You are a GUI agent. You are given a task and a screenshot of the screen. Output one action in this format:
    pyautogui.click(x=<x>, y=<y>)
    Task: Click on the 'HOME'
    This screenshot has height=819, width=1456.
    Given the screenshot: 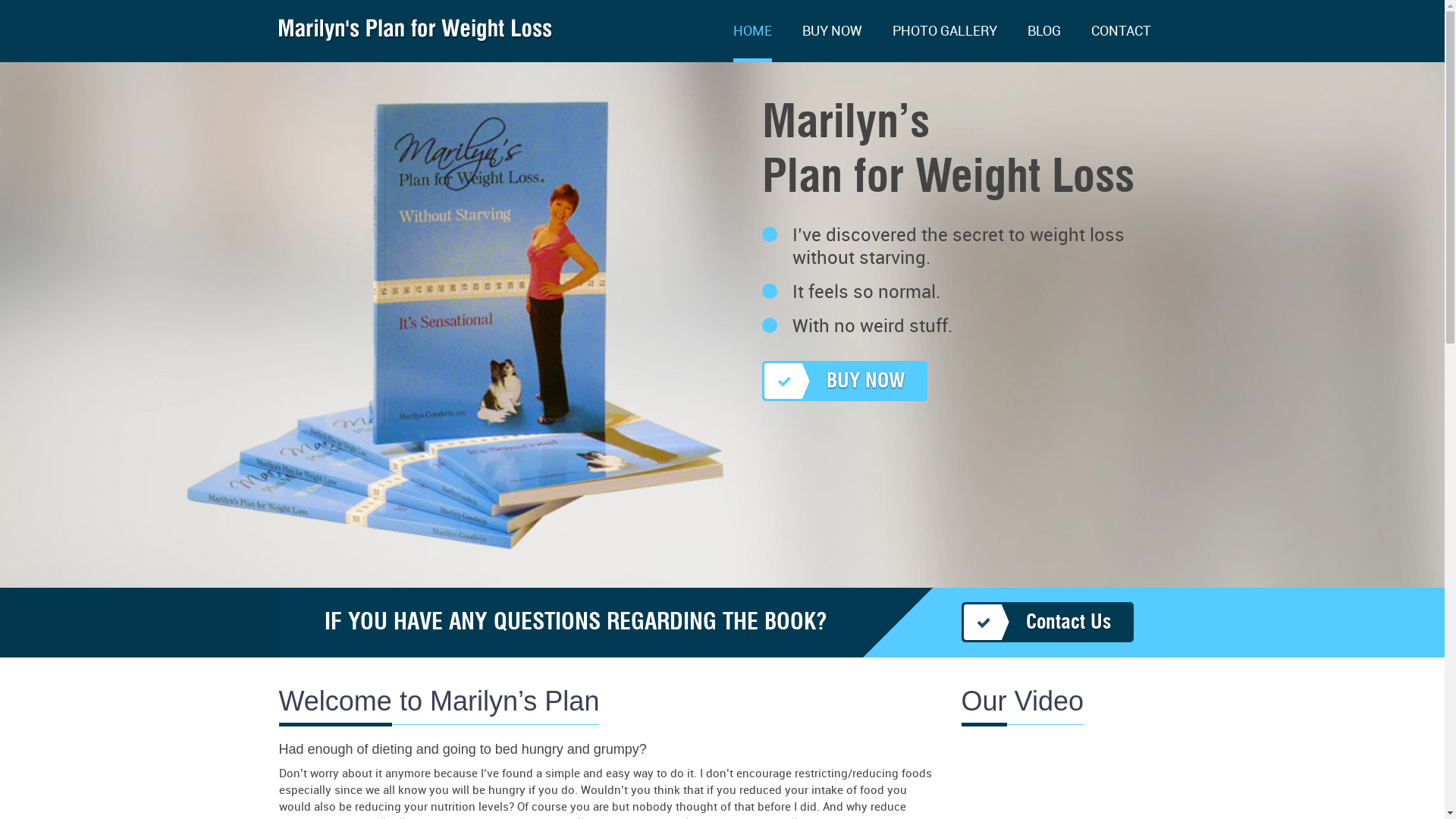 What is the action you would take?
    pyautogui.click(x=732, y=42)
    